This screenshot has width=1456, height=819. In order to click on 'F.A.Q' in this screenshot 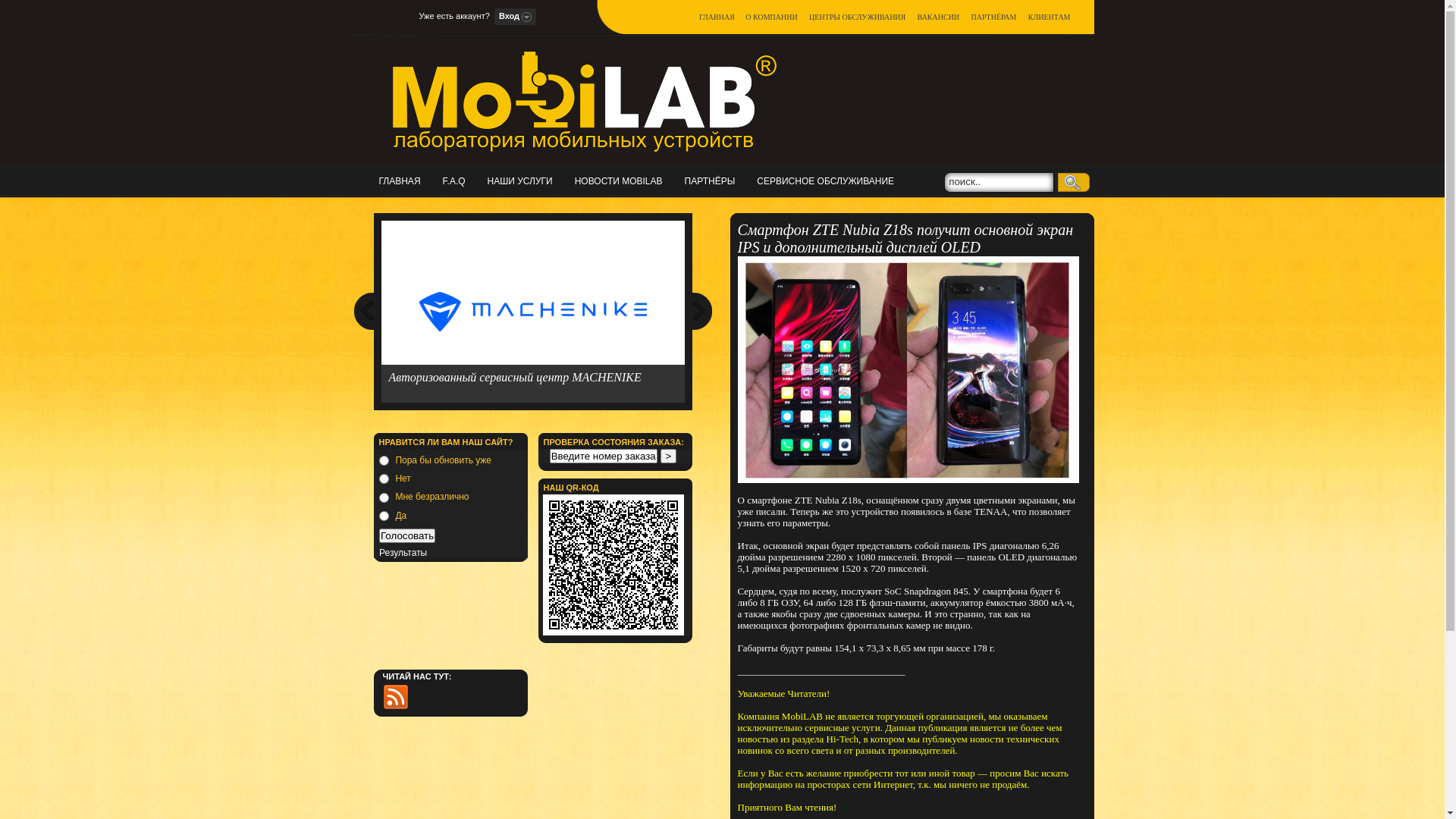, I will do `click(457, 180)`.